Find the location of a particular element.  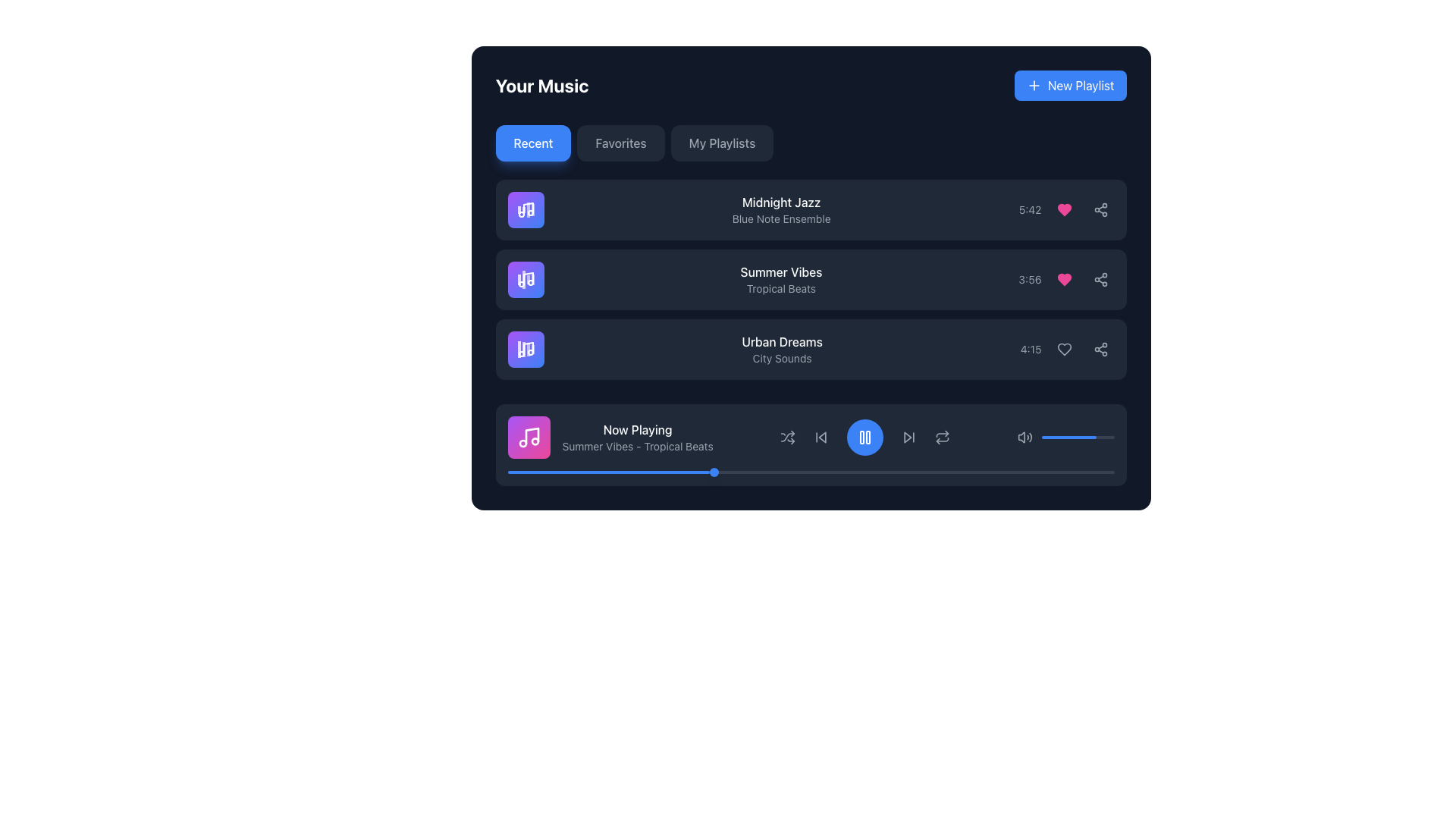

the 'My Playlists' button, which is a horizontally rectangular button with rounded corners is located at coordinates (721, 143).